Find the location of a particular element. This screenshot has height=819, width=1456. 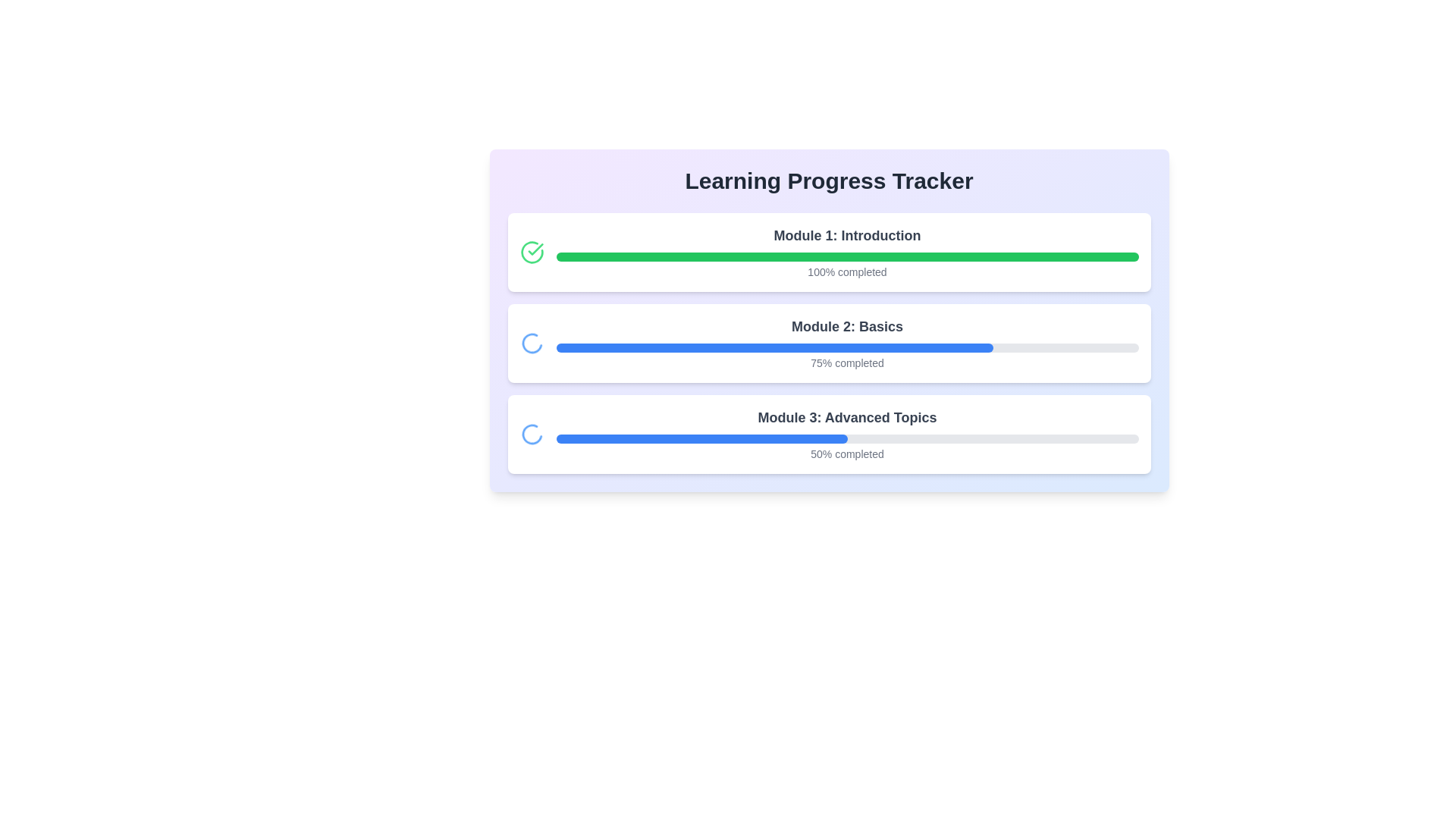

the progress bar labeled 'Module 3: Advanced Topics' that indicates '50% completed' is located at coordinates (846, 435).